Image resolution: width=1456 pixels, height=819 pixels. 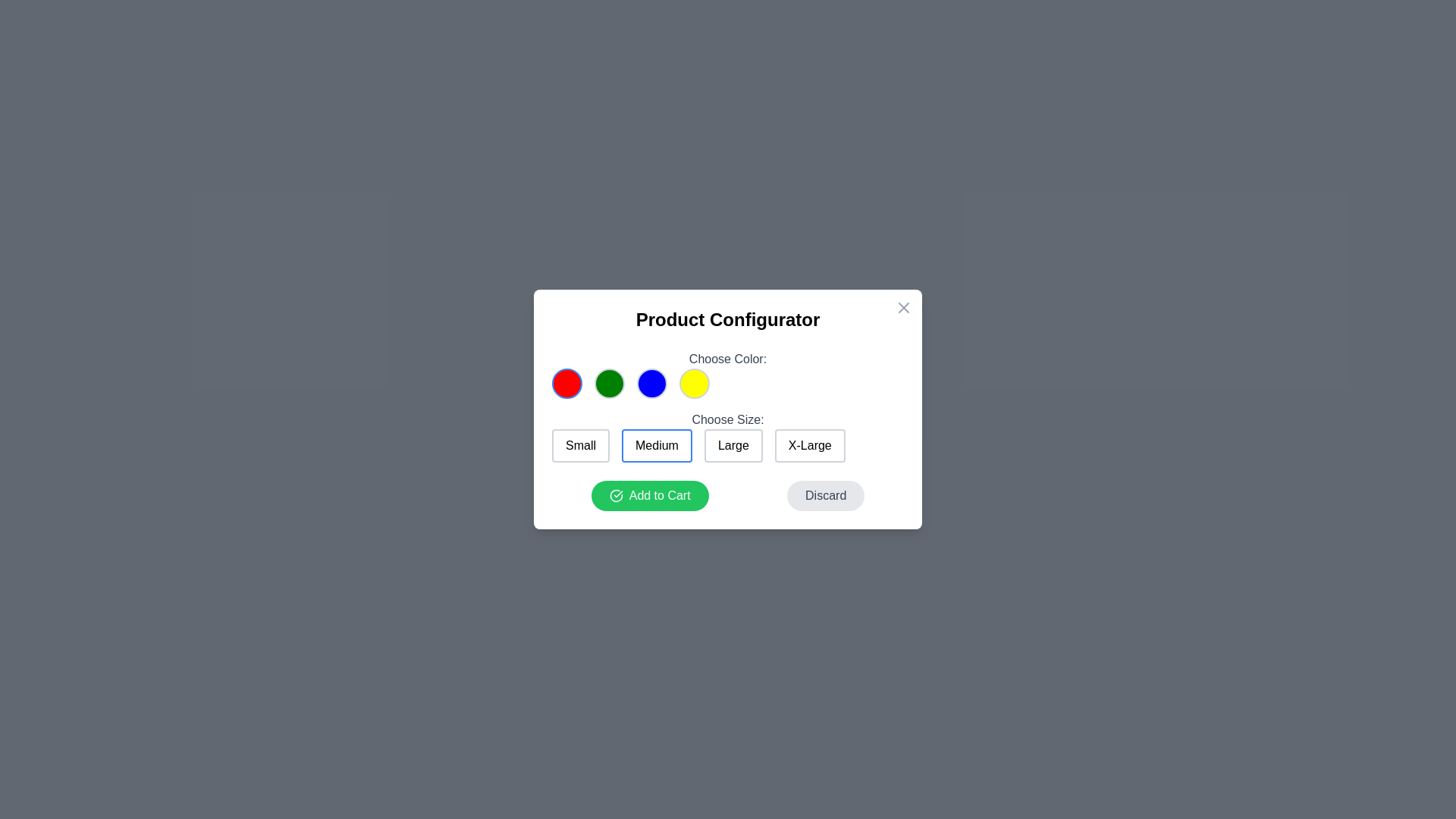 I want to click on the close button (an 'X' icon) located in the top-right corner of the 'Product Configurator' modal dialog, so click(x=903, y=307).